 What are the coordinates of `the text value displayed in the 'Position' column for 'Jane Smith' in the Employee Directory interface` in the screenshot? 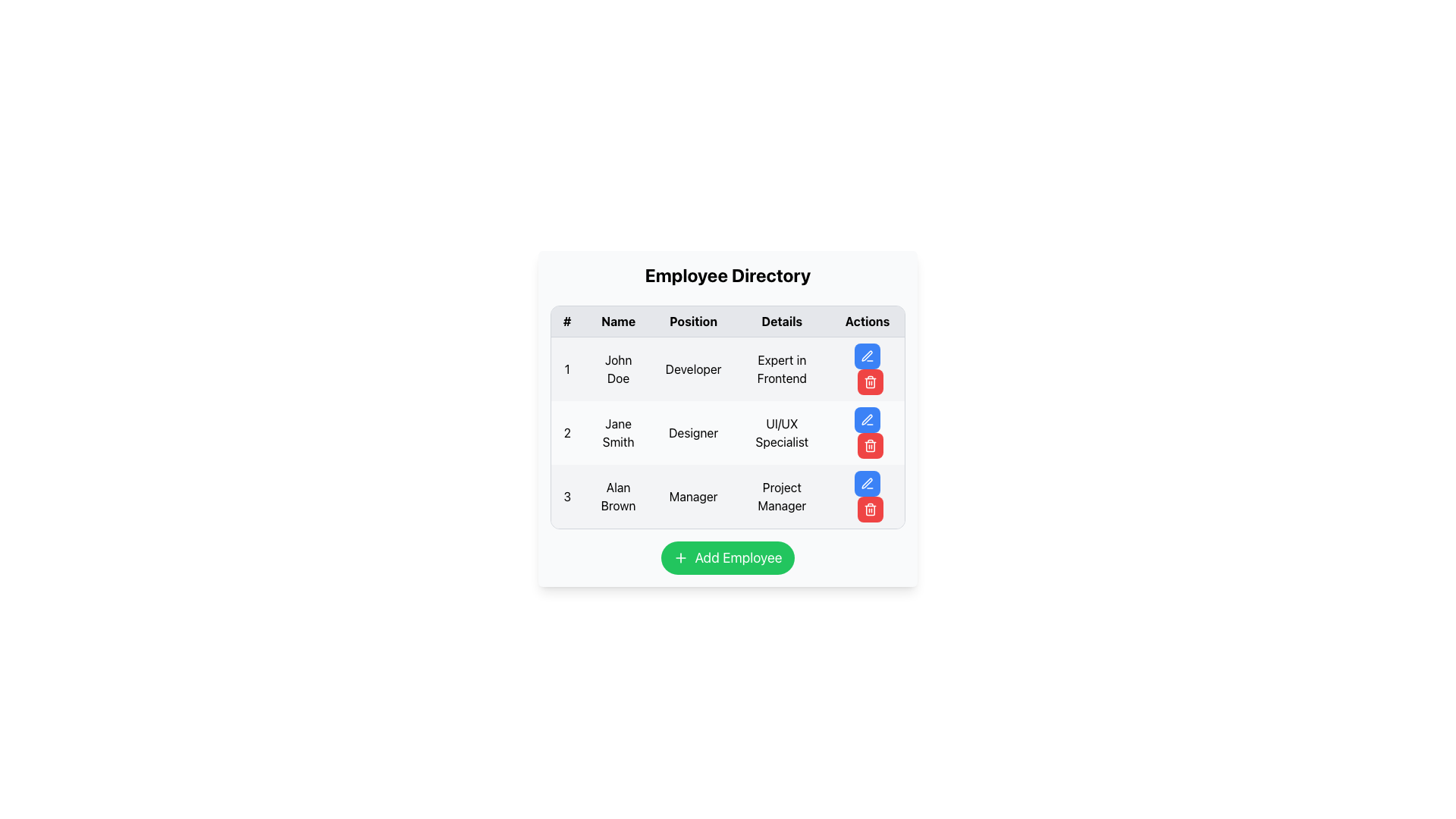 It's located at (692, 432).